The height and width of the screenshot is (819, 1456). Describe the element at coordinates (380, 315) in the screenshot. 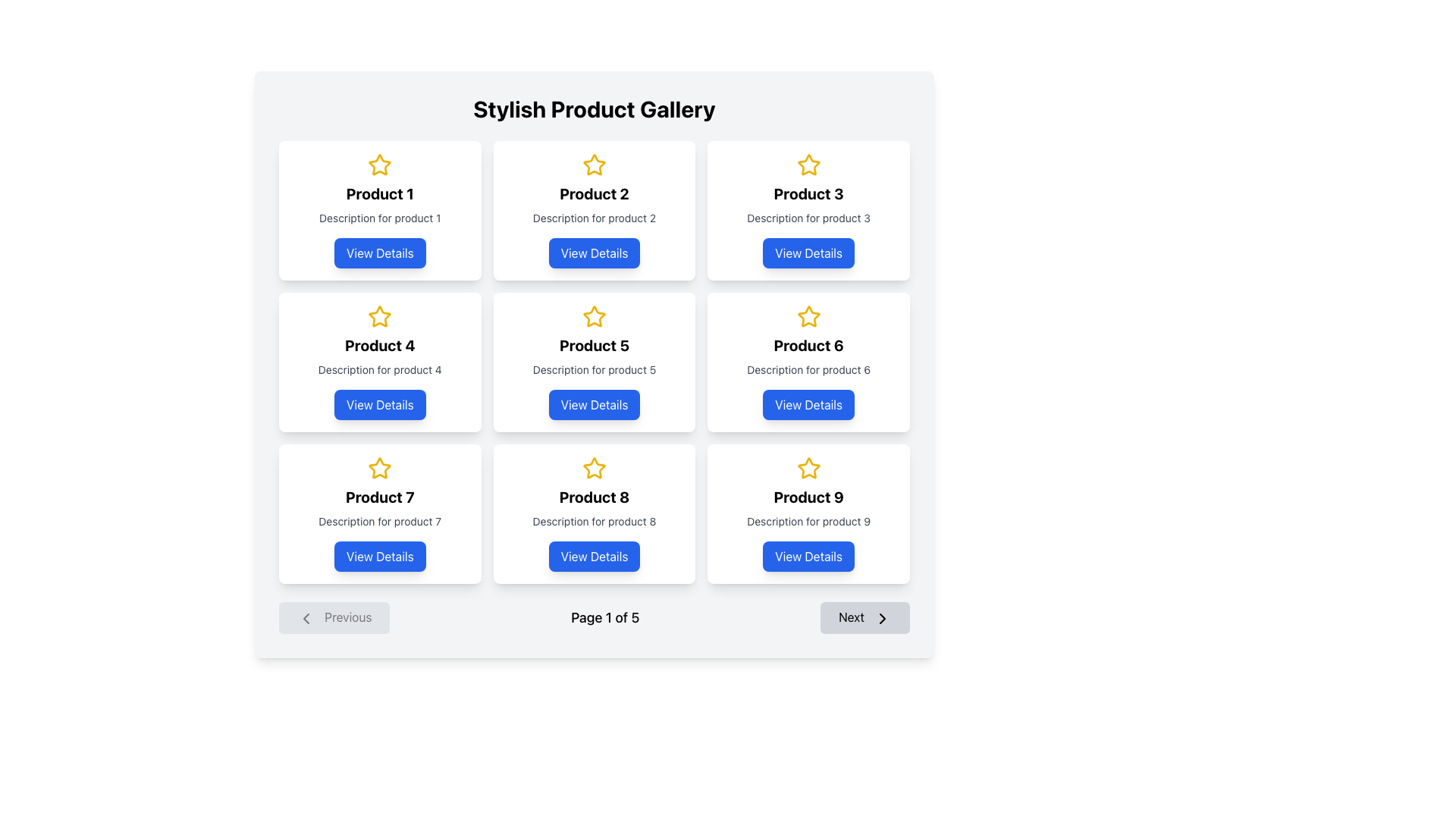

I see `the star icon with a yellow outline located above the title 'Product 4'` at that location.